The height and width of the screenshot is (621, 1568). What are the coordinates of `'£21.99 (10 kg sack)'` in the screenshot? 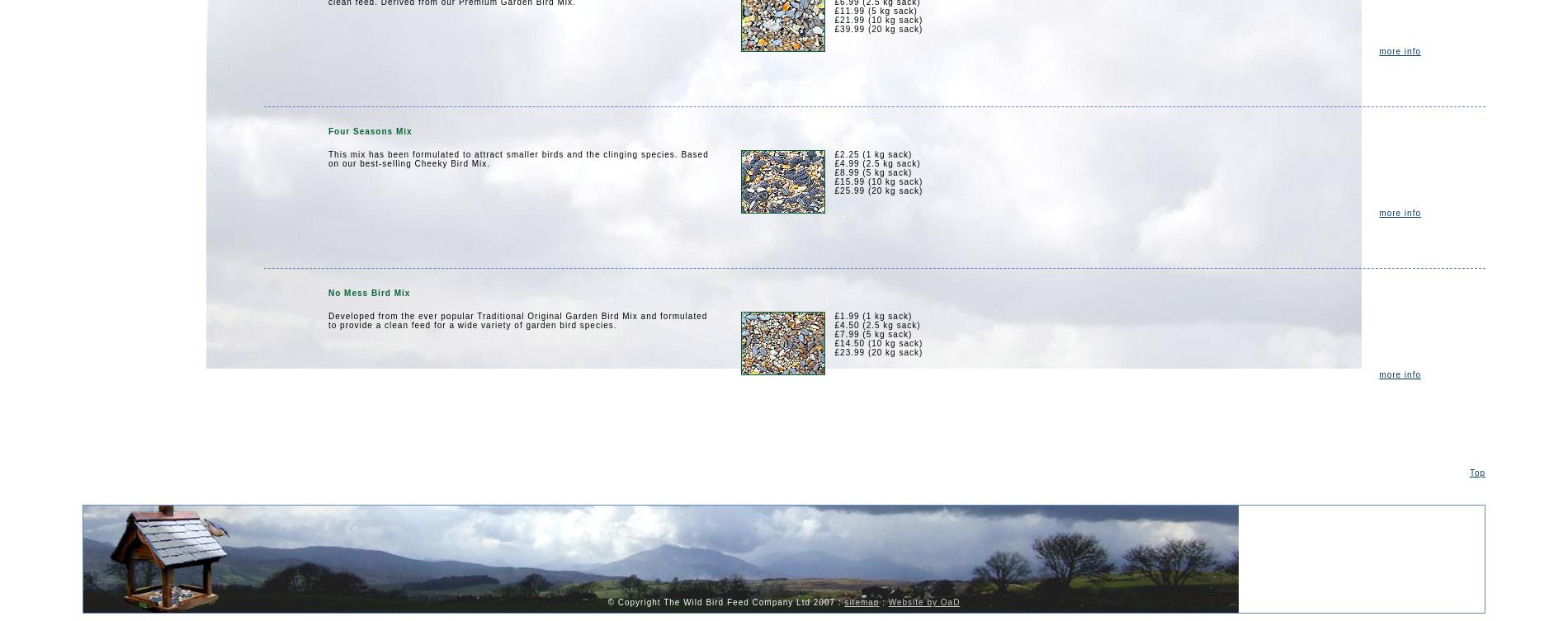 It's located at (878, 20).